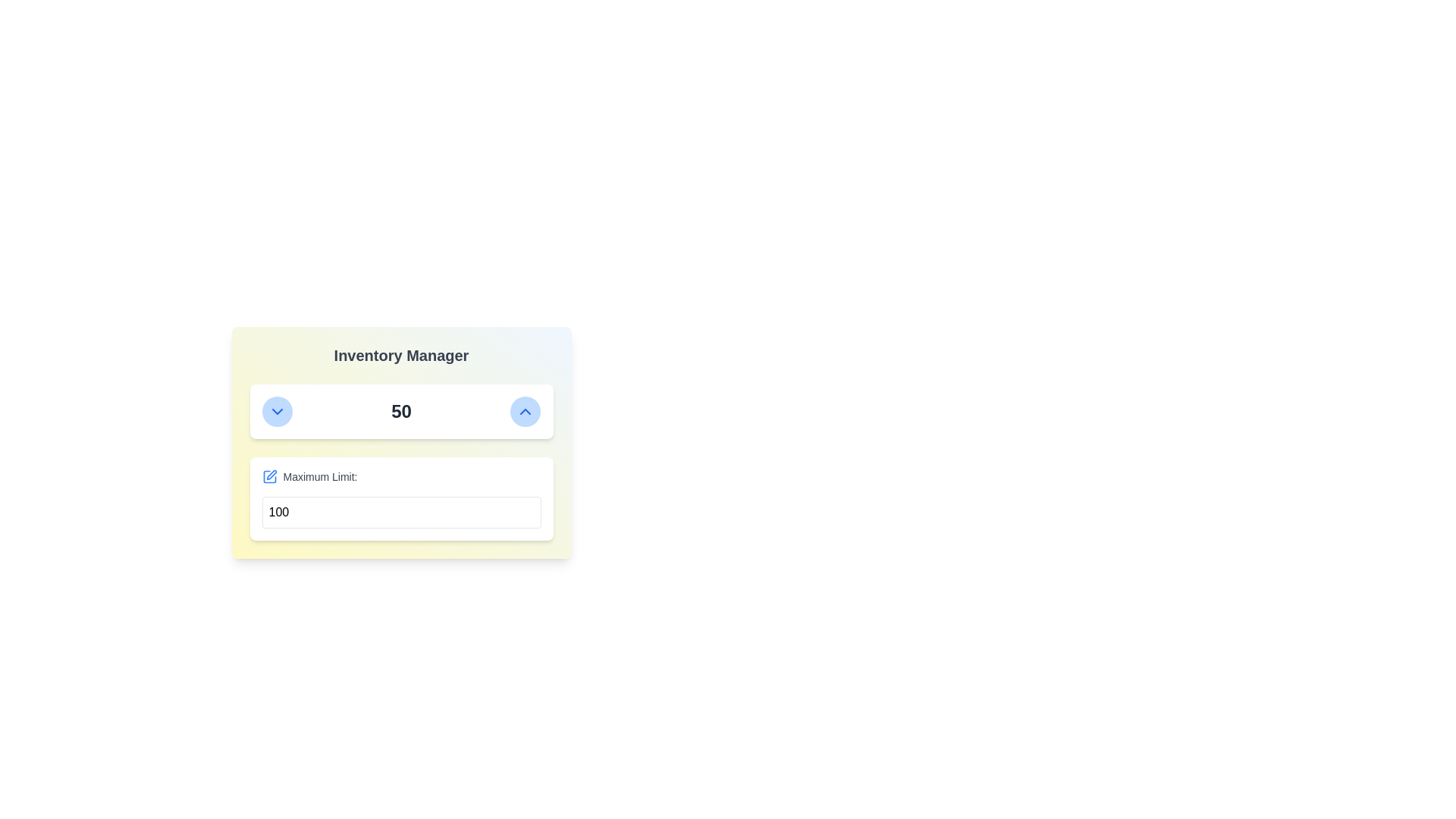 This screenshot has height=819, width=1456. What do you see at coordinates (319, 475) in the screenshot?
I see `the static informational Text label that describes the adjacent input field for the maximum value setting, located beneath the 'Inventory Manager' numeric input field` at bounding box center [319, 475].